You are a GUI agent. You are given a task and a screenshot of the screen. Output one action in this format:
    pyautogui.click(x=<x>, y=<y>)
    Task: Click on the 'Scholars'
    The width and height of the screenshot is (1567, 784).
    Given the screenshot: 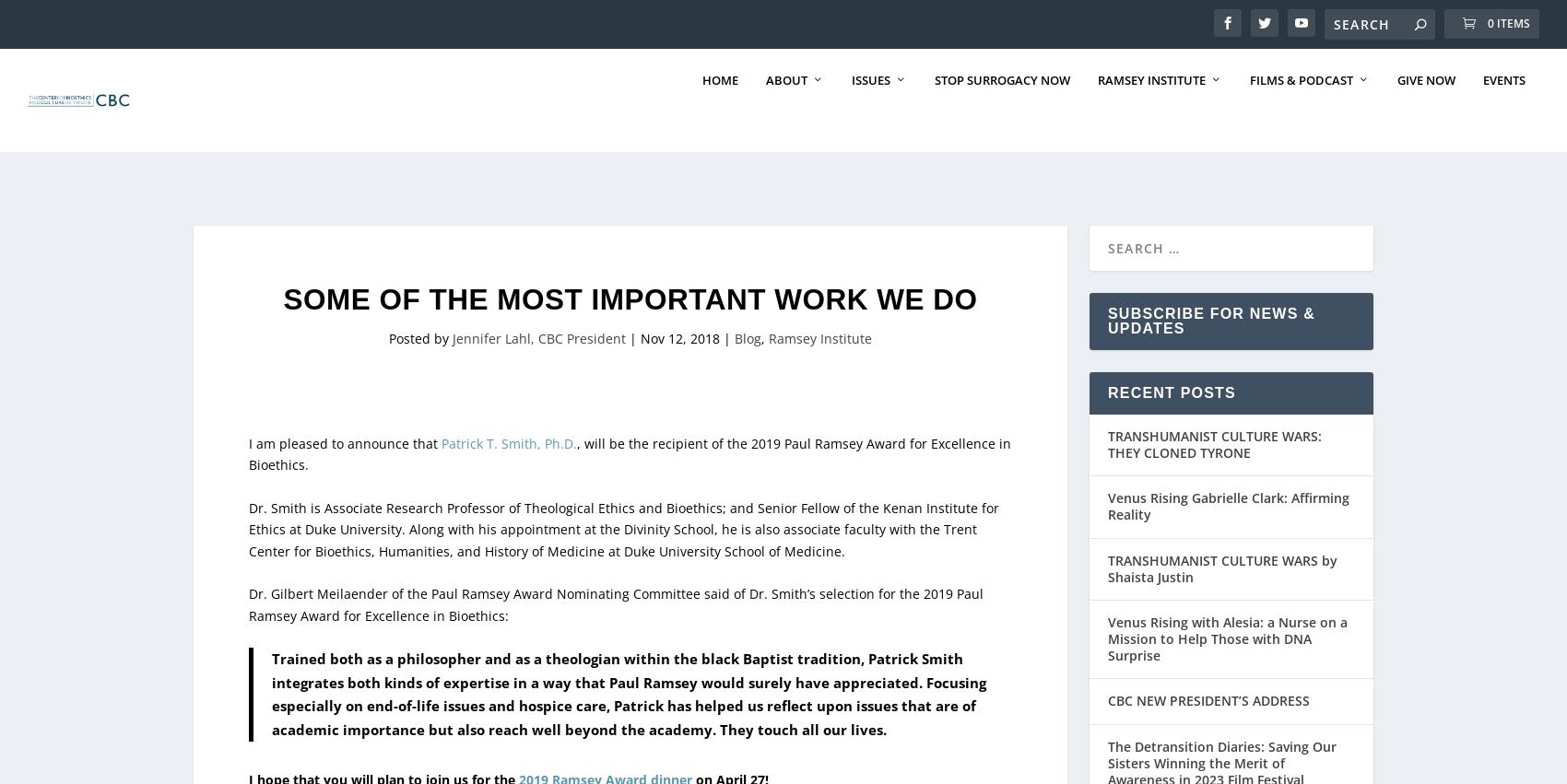 What is the action you would take?
    pyautogui.click(x=1137, y=297)
    